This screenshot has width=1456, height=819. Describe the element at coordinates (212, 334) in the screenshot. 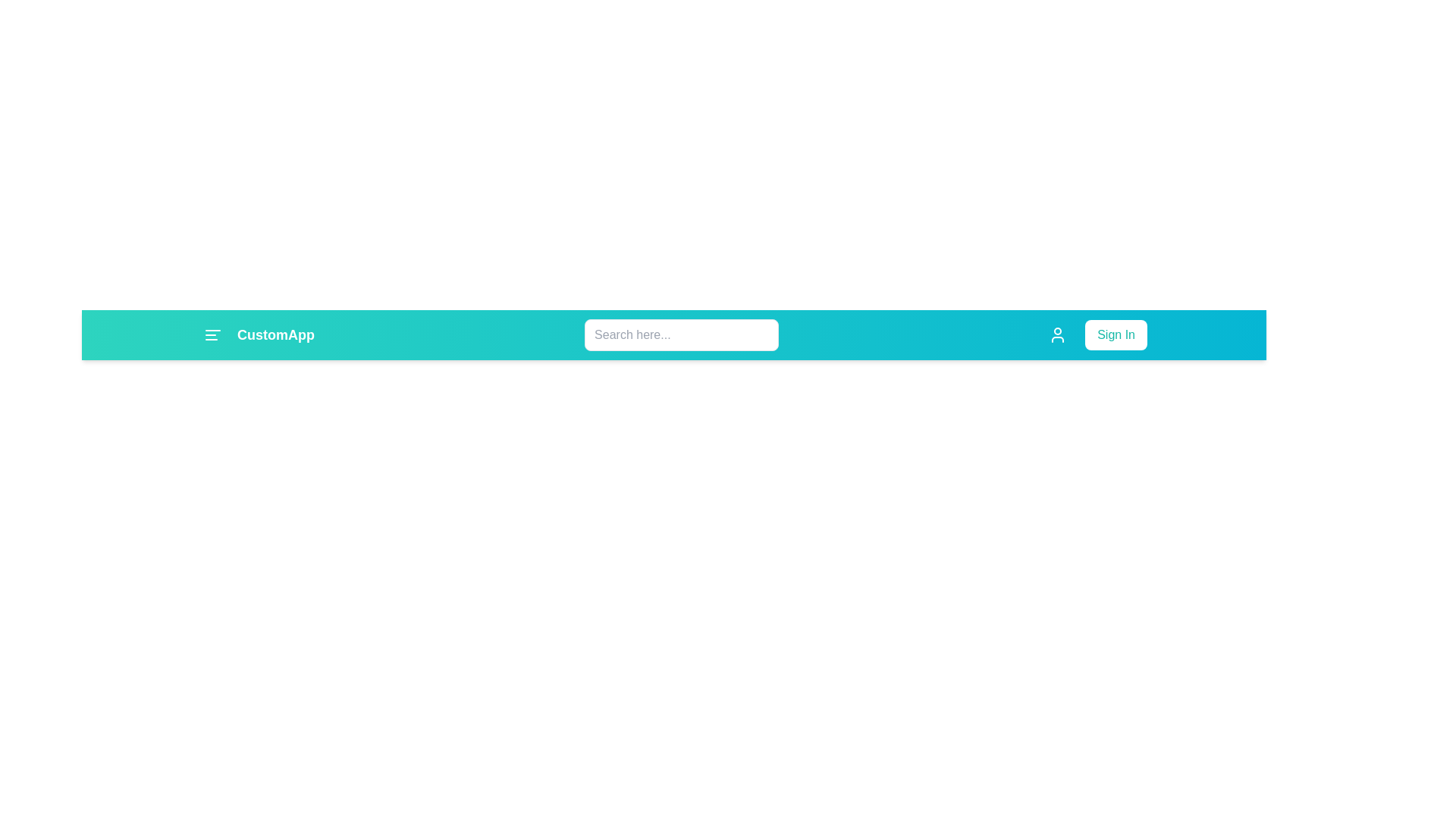

I see `the menu button to toggle the menu` at that location.